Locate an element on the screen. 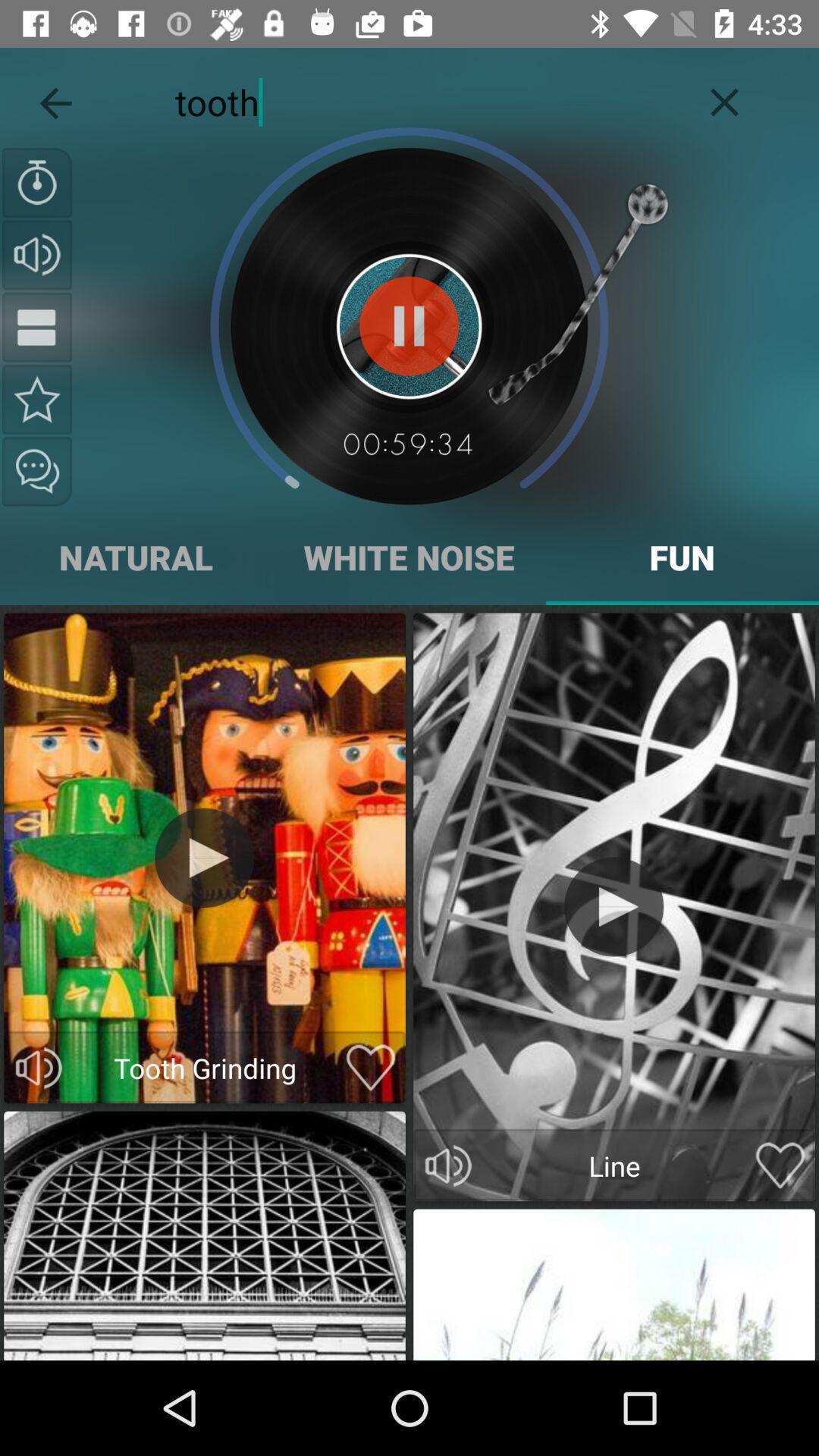  the volume icon is located at coordinates (36, 255).